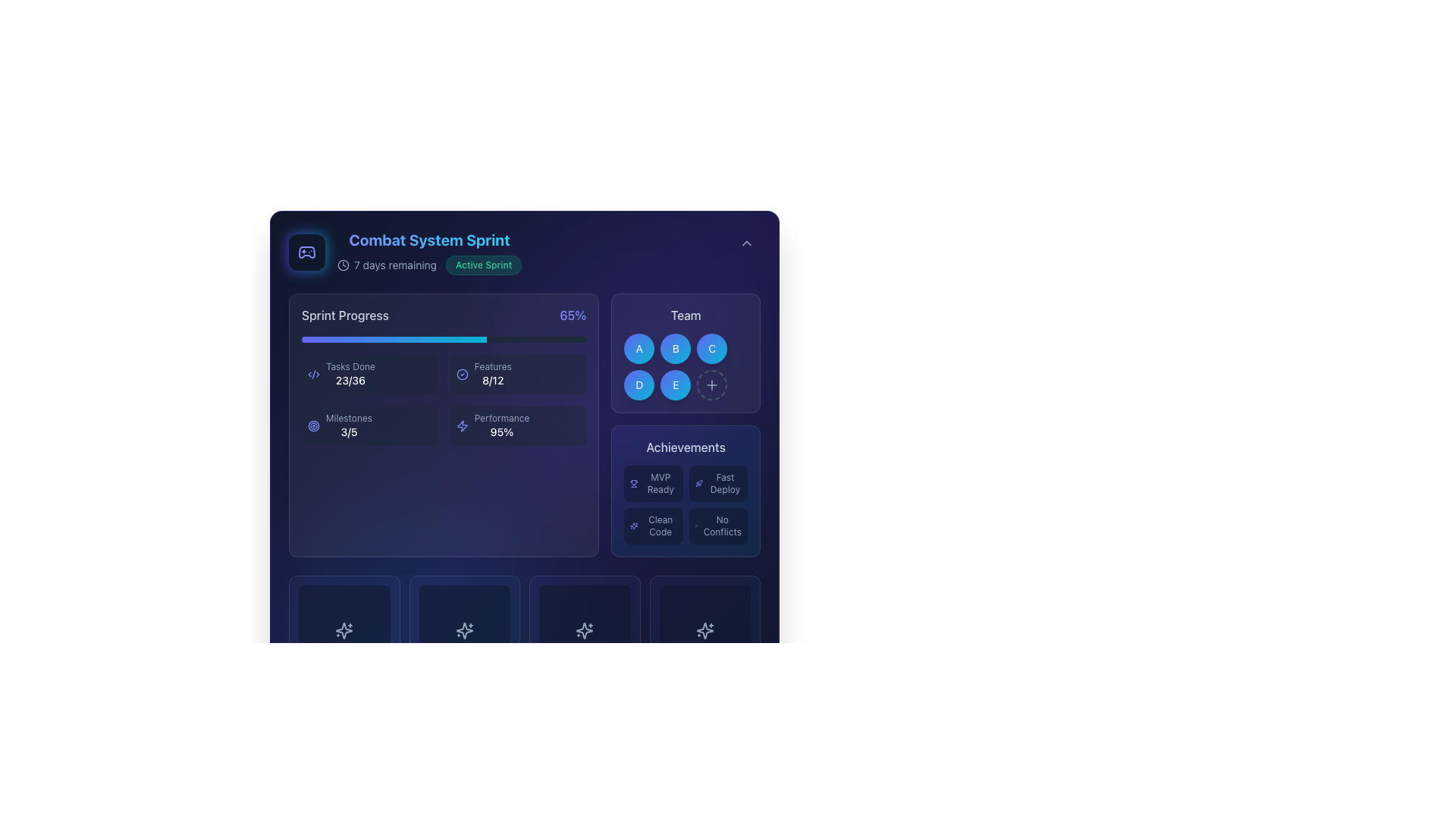 Image resolution: width=1456 pixels, height=819 pixels. Describe the element at coordinates (344, 631) in the screenshot. I see `the button-like interactive area located in the first column, first row of the grid layout, positioned below the 'Sprint Progress' section for visual feedback` at that location.